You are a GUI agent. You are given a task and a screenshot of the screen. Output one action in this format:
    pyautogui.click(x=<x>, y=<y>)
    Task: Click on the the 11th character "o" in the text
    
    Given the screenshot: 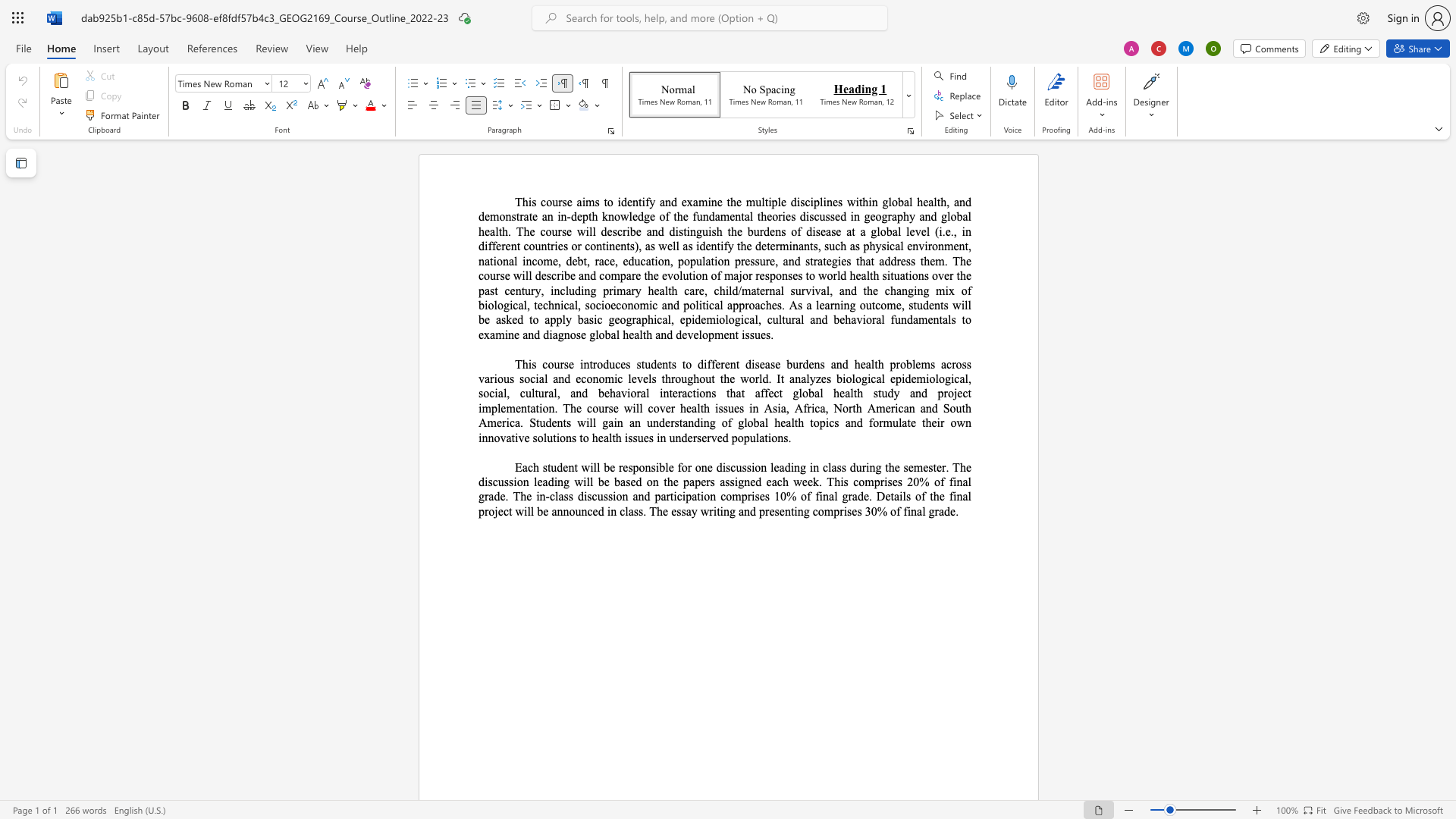 What is the action you would take?
    pyautogui.click(x=701, y=378)
    